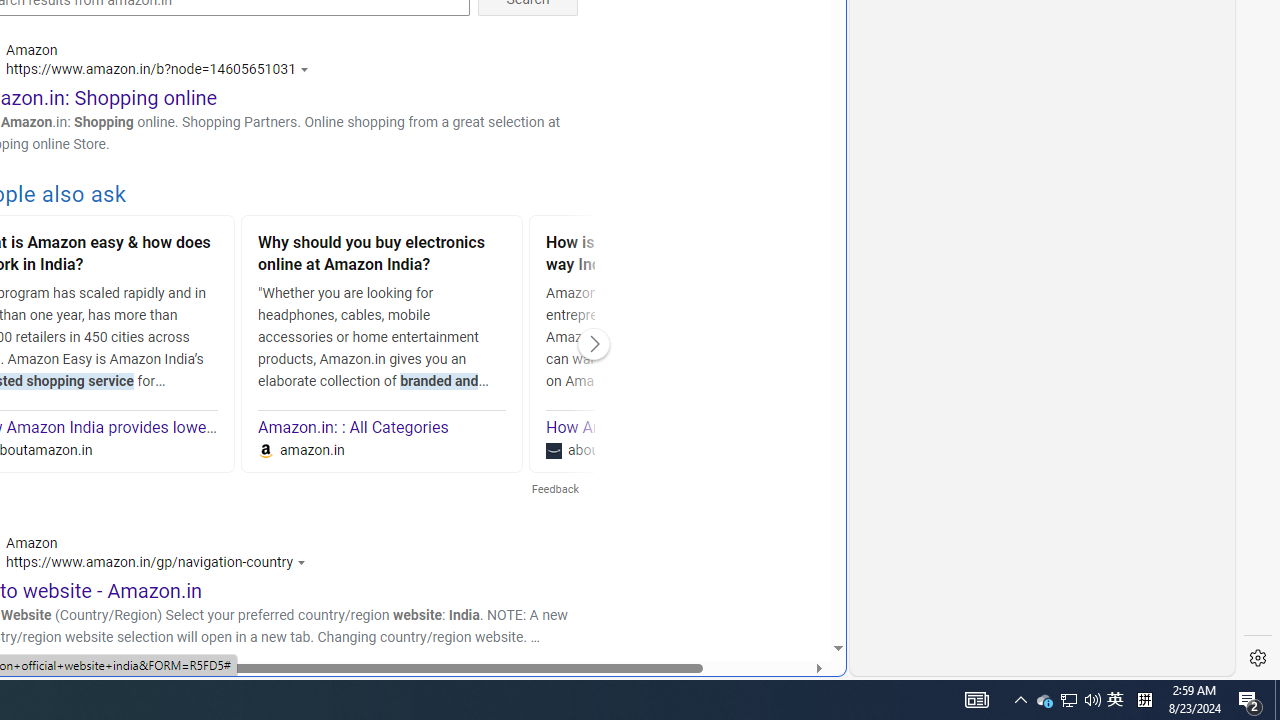 The height and width of the screenshot is (720, 1280). I want to click on 'How is Amazon easy changing the way India buys?', so click(670, 255).